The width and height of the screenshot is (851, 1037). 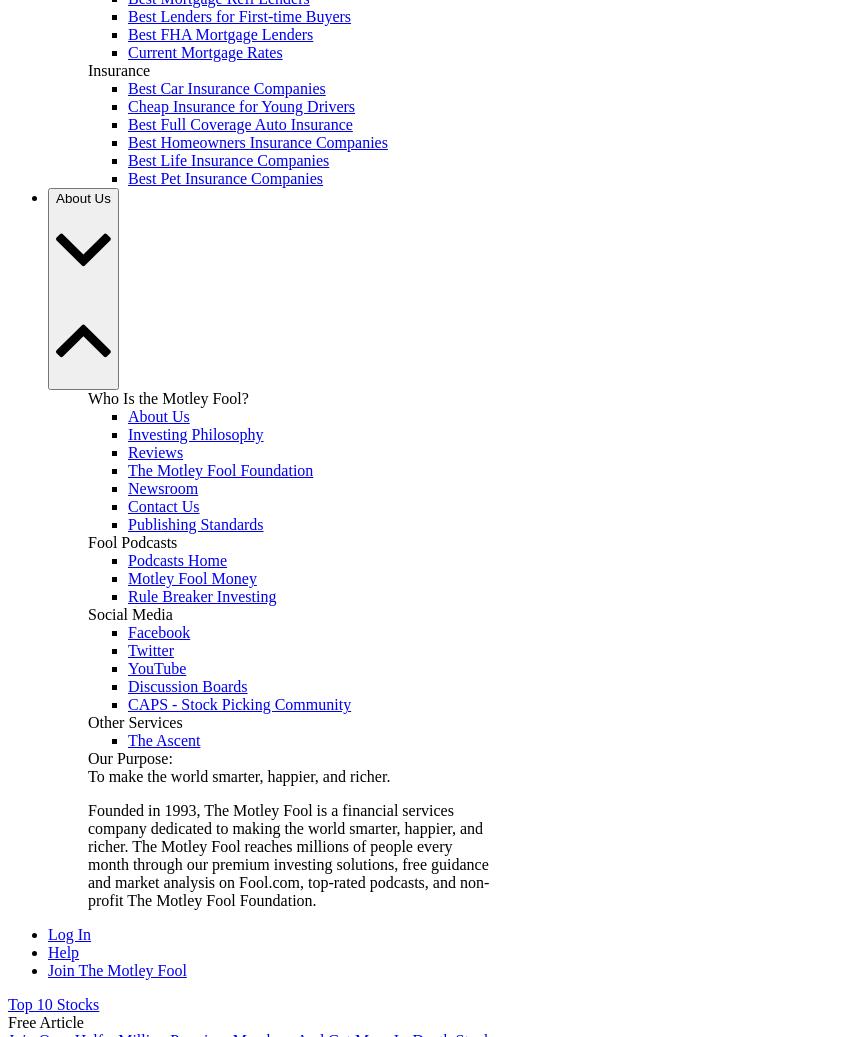 I want to click on 'Free Article', so click(x=45, y=1022).